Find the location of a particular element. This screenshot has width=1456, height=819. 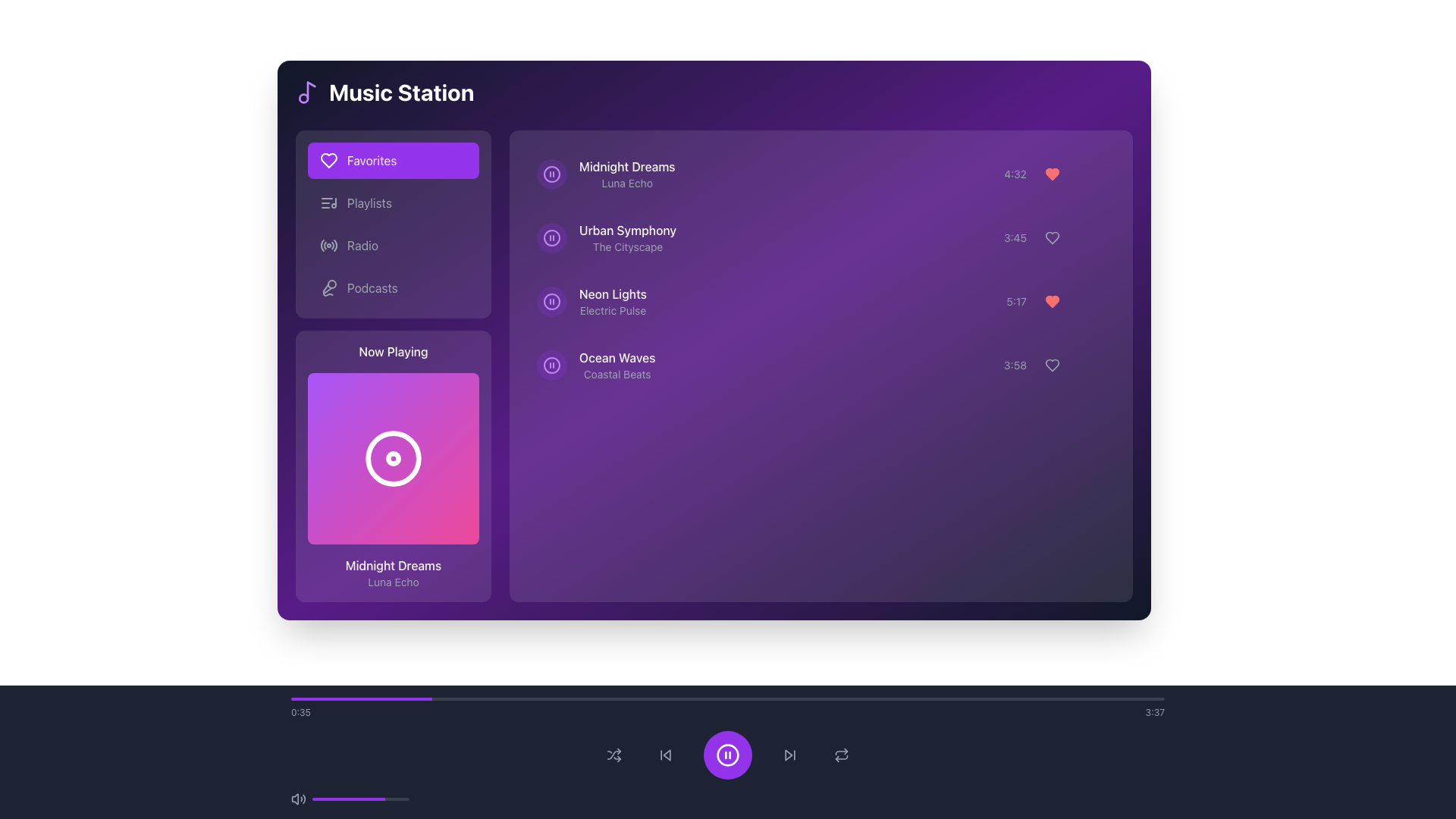

the first song track list item in the 'Now Playing' section is located at coordinates (605, 174).